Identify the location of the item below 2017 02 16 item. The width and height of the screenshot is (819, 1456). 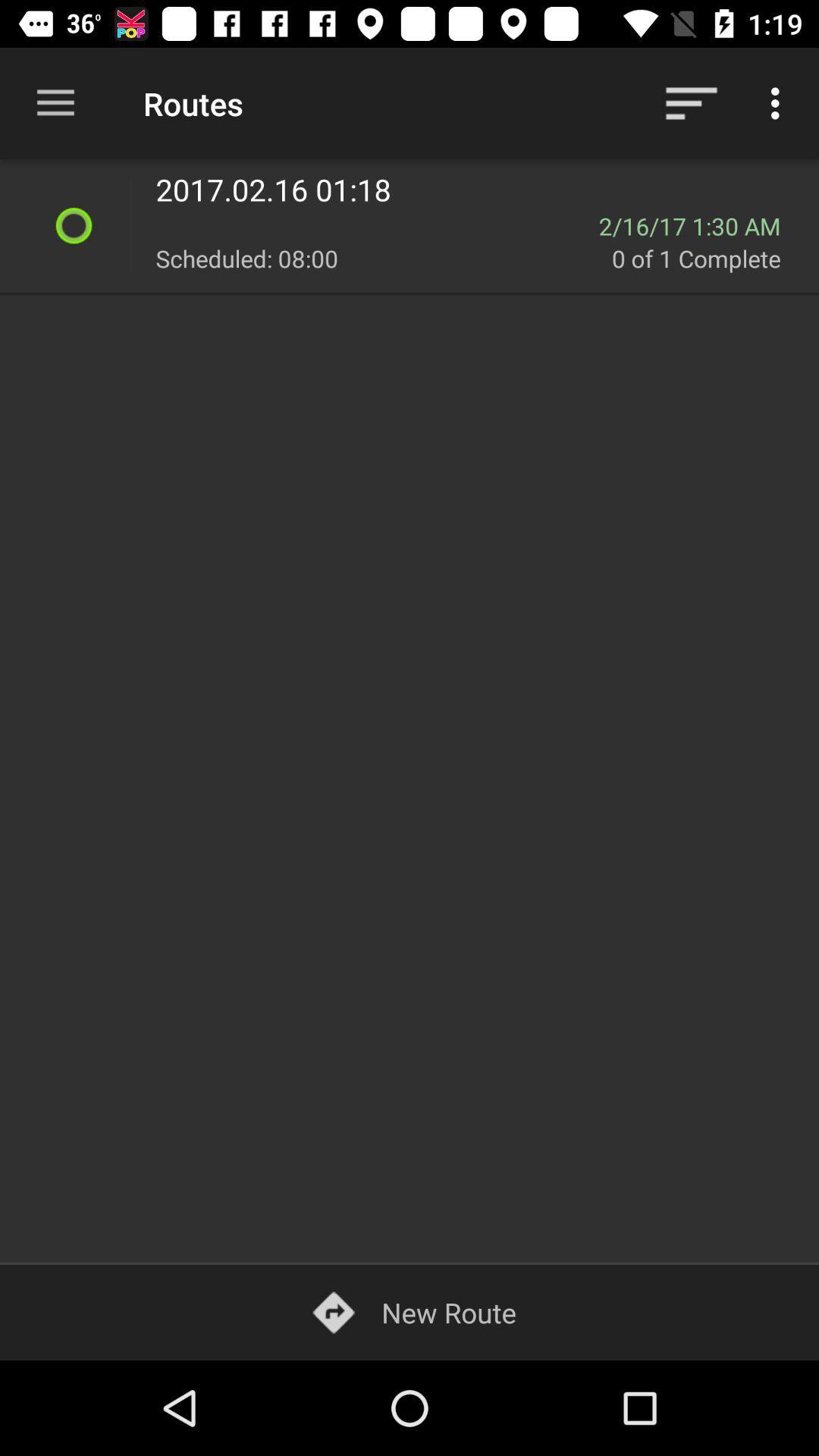
(376, 225).